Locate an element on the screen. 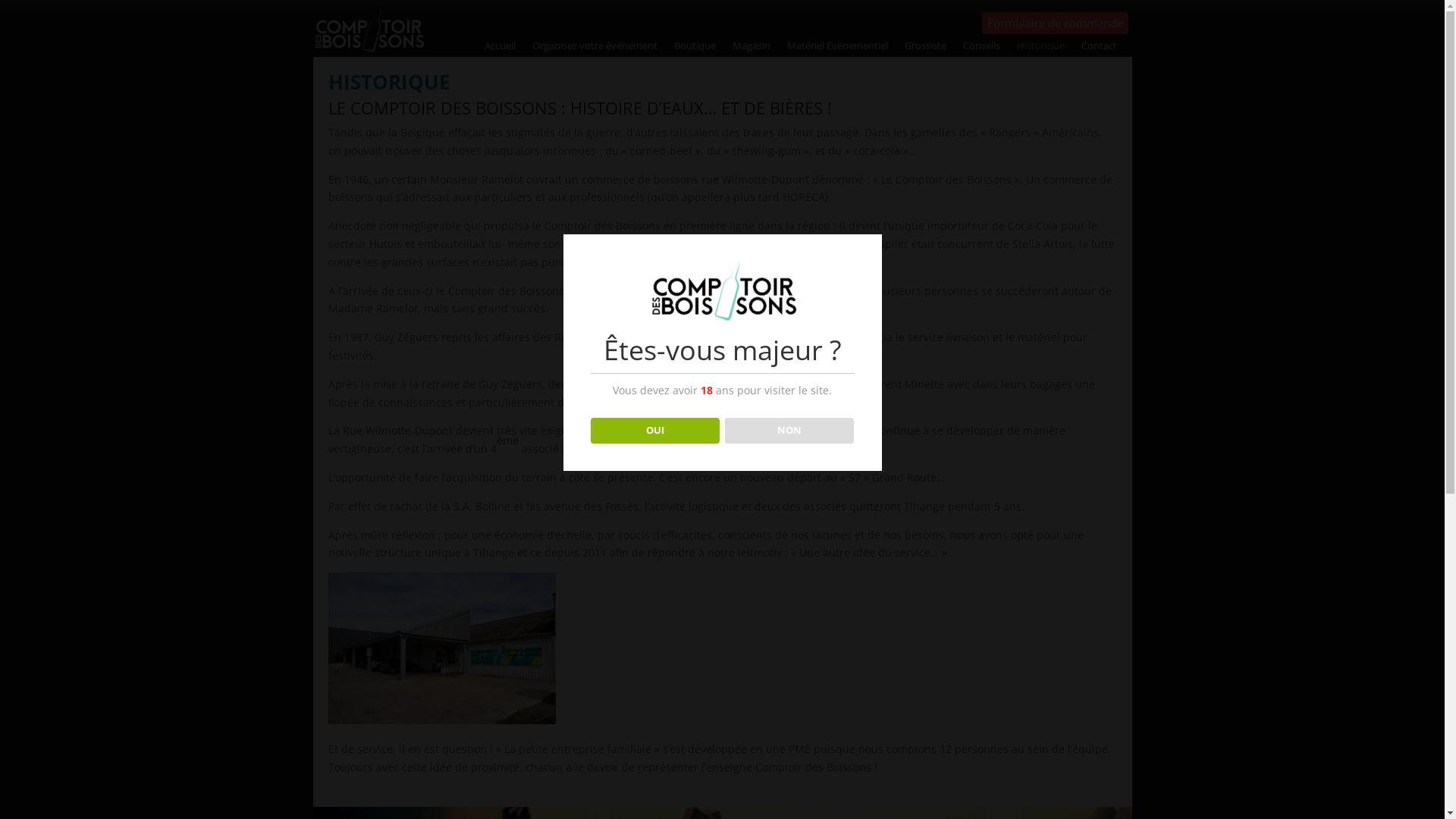 Image resolution: width=1456 pixels, height=819 pixels. 'Formulaire de commande' is located at coordinates (981, 23).